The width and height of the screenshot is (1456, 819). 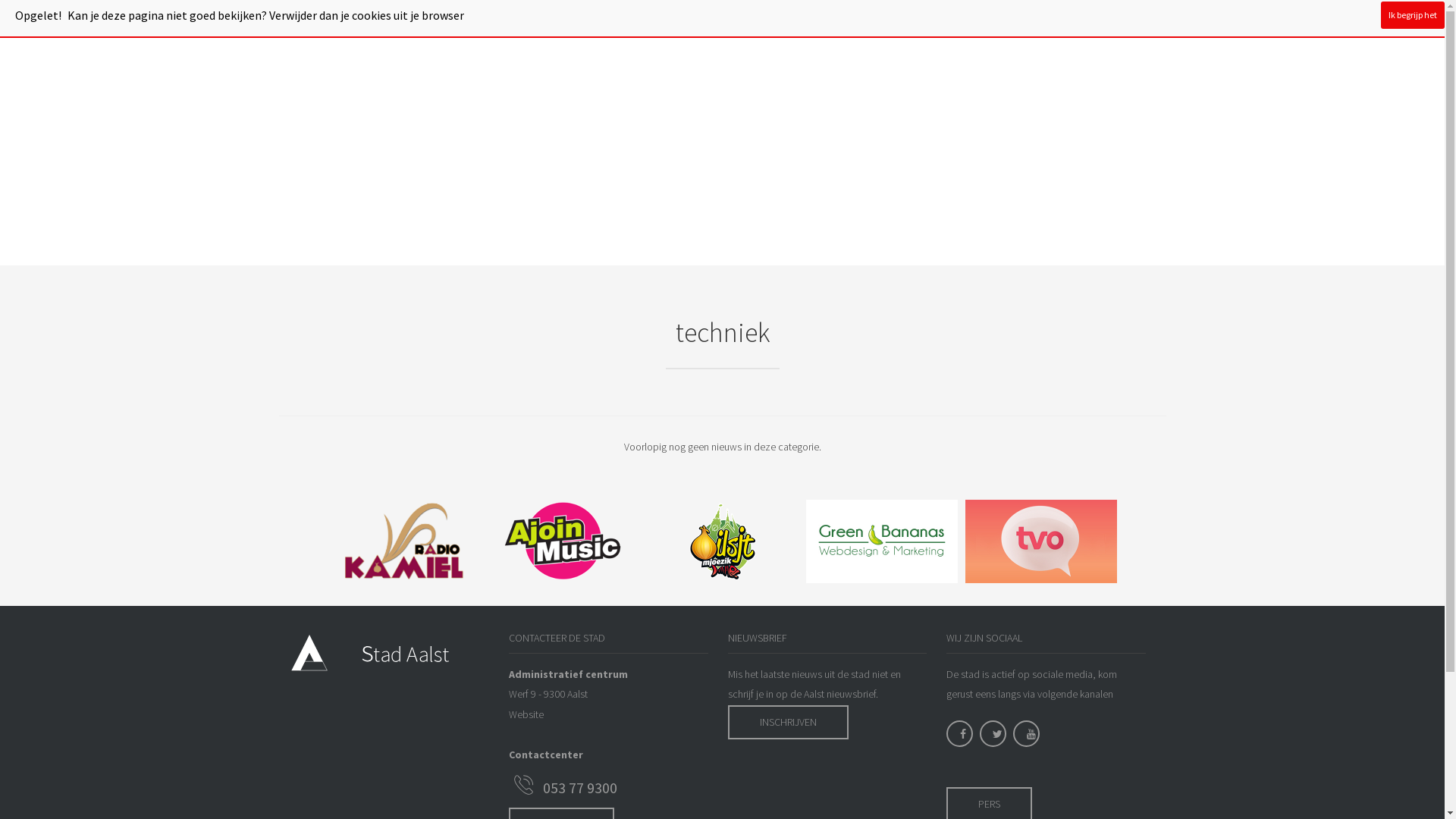 I want to click on 'Website', so click(x=526, y=714).